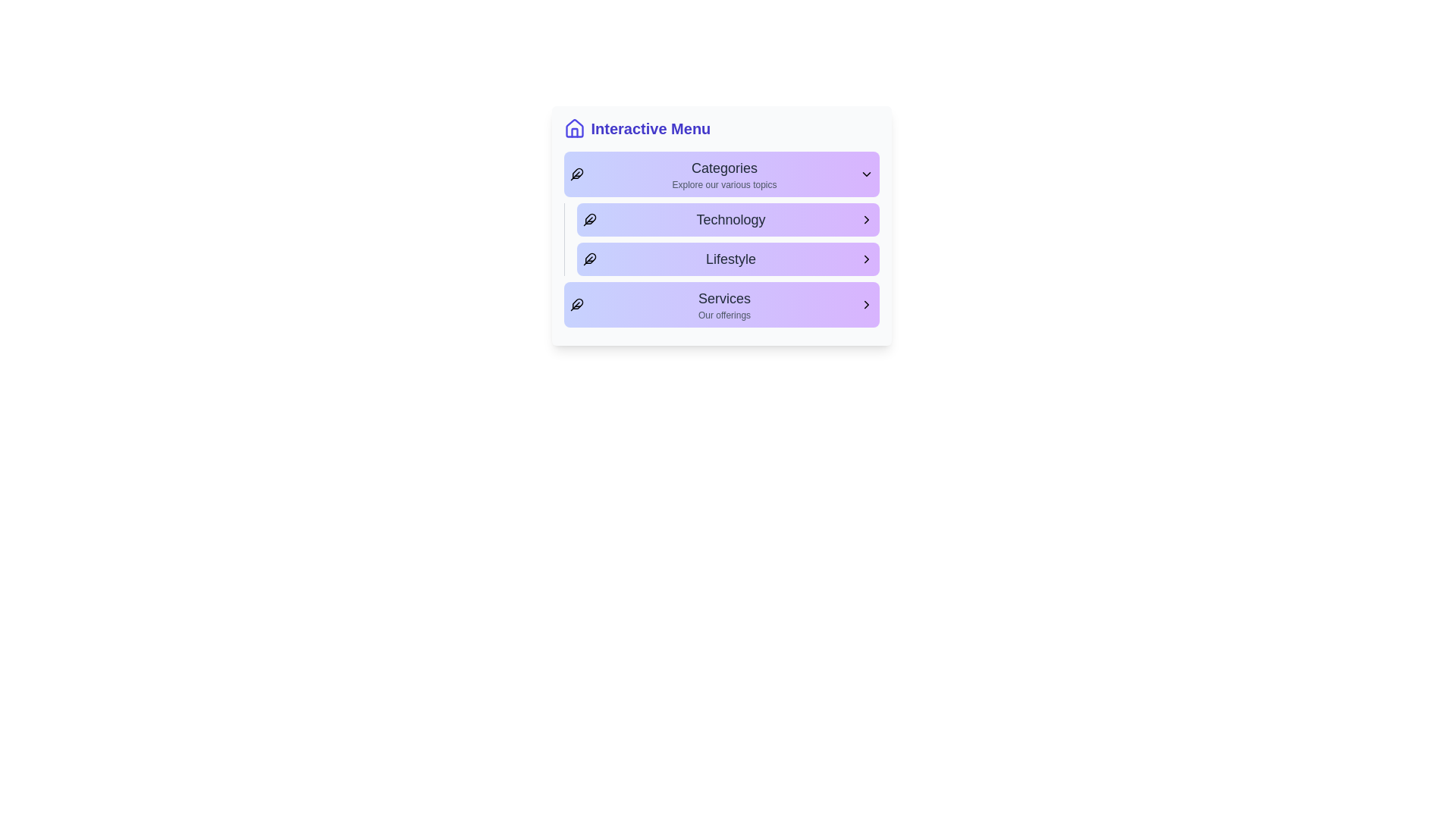 Image resolution: width=1456 pixels, height=819 pixels. I want to click on static text label displaying the word 'Services' in a bold, medium-sized font, styled with light gray text color, located in the left-center part of a menu with a gradient purple background, so click(723, 298).